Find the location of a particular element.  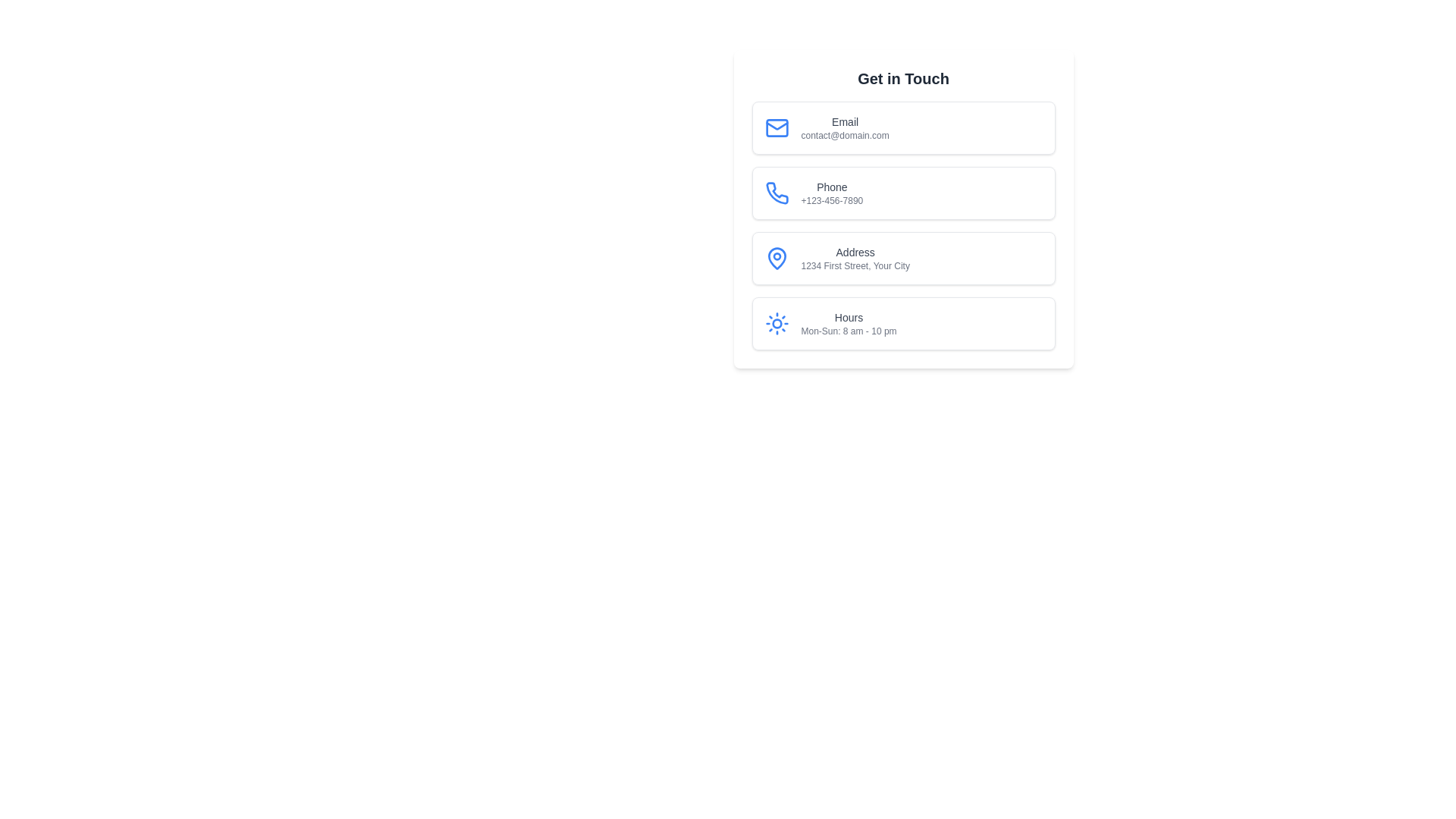

text displaying the phone number '+123-456-7890' which is right-aligned under the label 'Phone' in the contact information card is located at coordinates (831, 200).